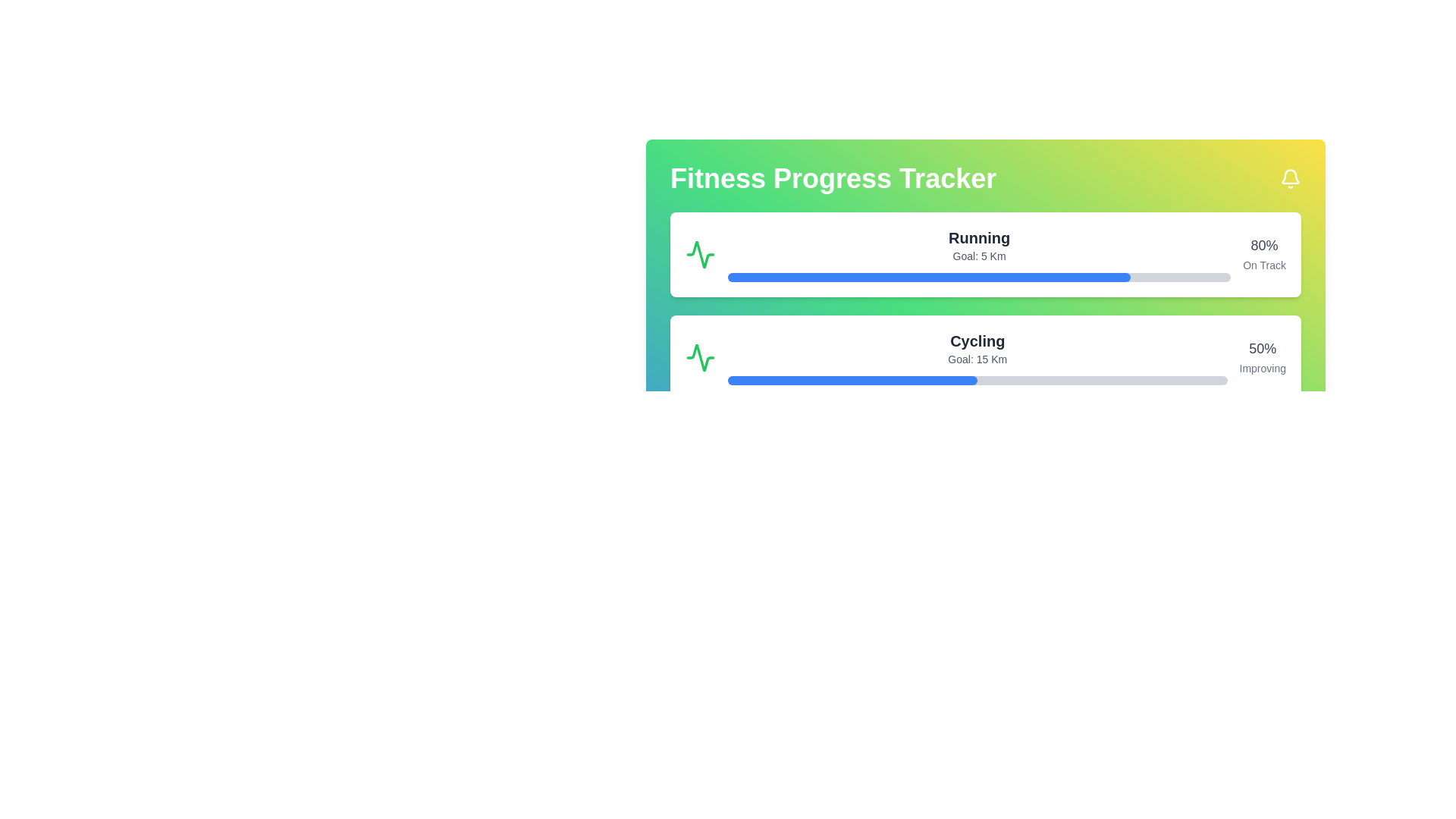 The width and height of the screenshot is (1456, 819). Describe the element at coordinates (977, 357) in the screenshot. I see `text for the cycling goal and status from the progress tracker element, which includes a title, subtitle, and progress bar, centrally located in the fitness progress section` at that location.